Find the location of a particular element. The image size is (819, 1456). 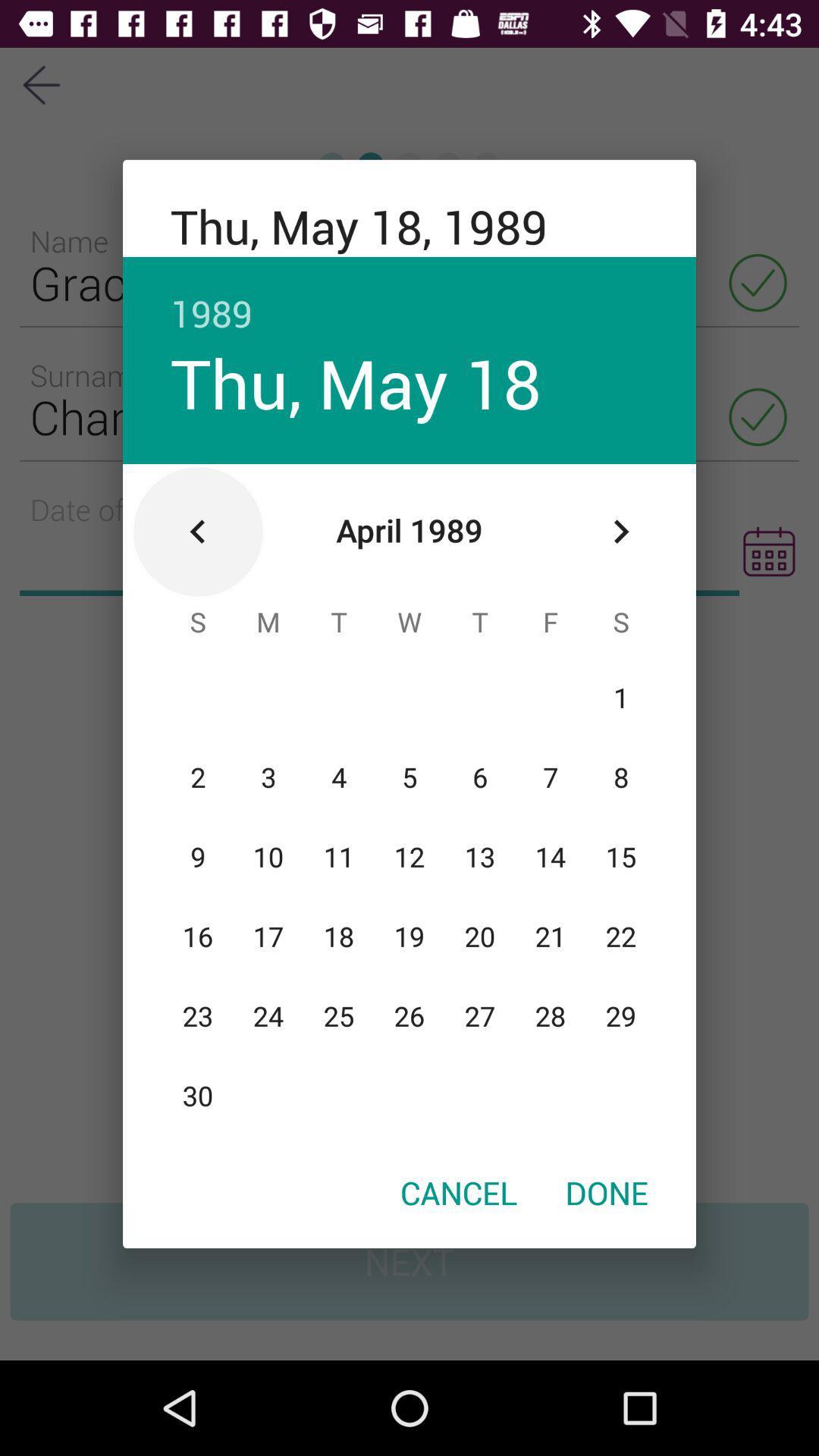

the icon next to the cancel icon is located at coordinates (606, 1191).